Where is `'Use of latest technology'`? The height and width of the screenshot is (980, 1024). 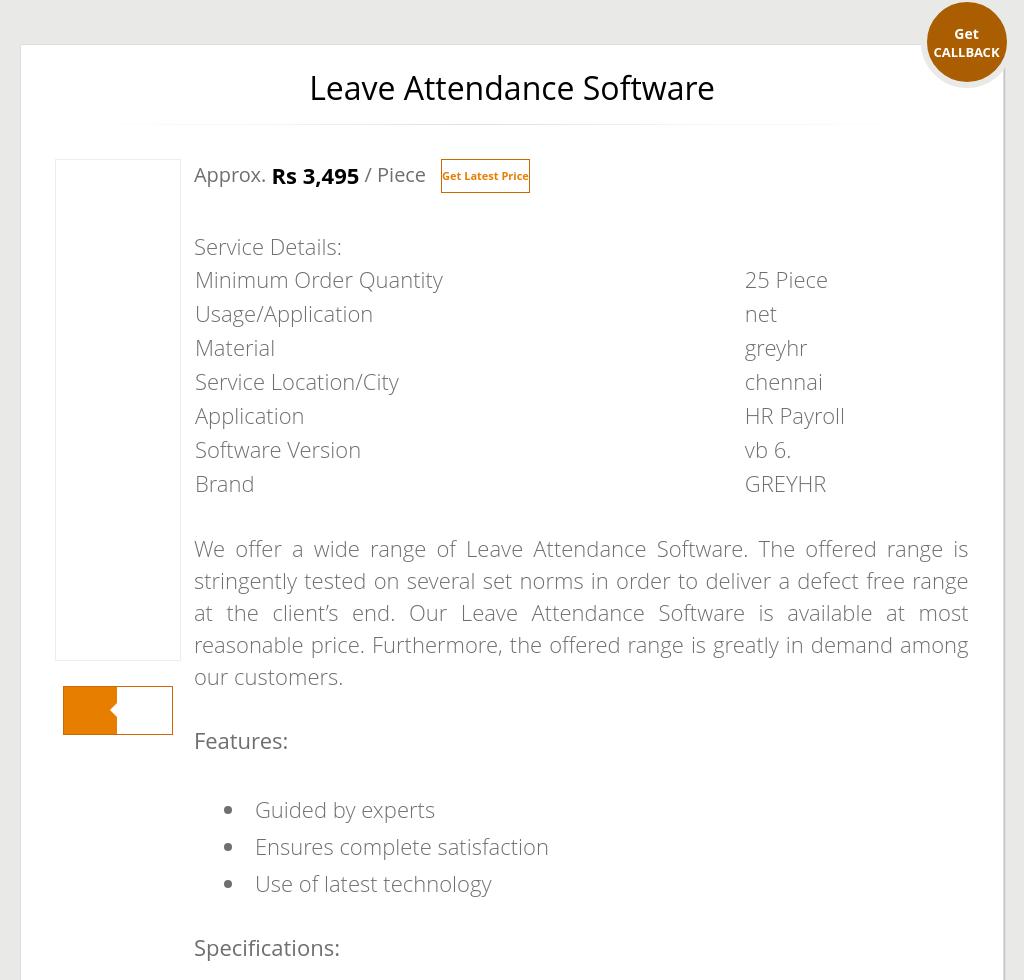
'Use of latest technology' is located at coordinates (252, 882).